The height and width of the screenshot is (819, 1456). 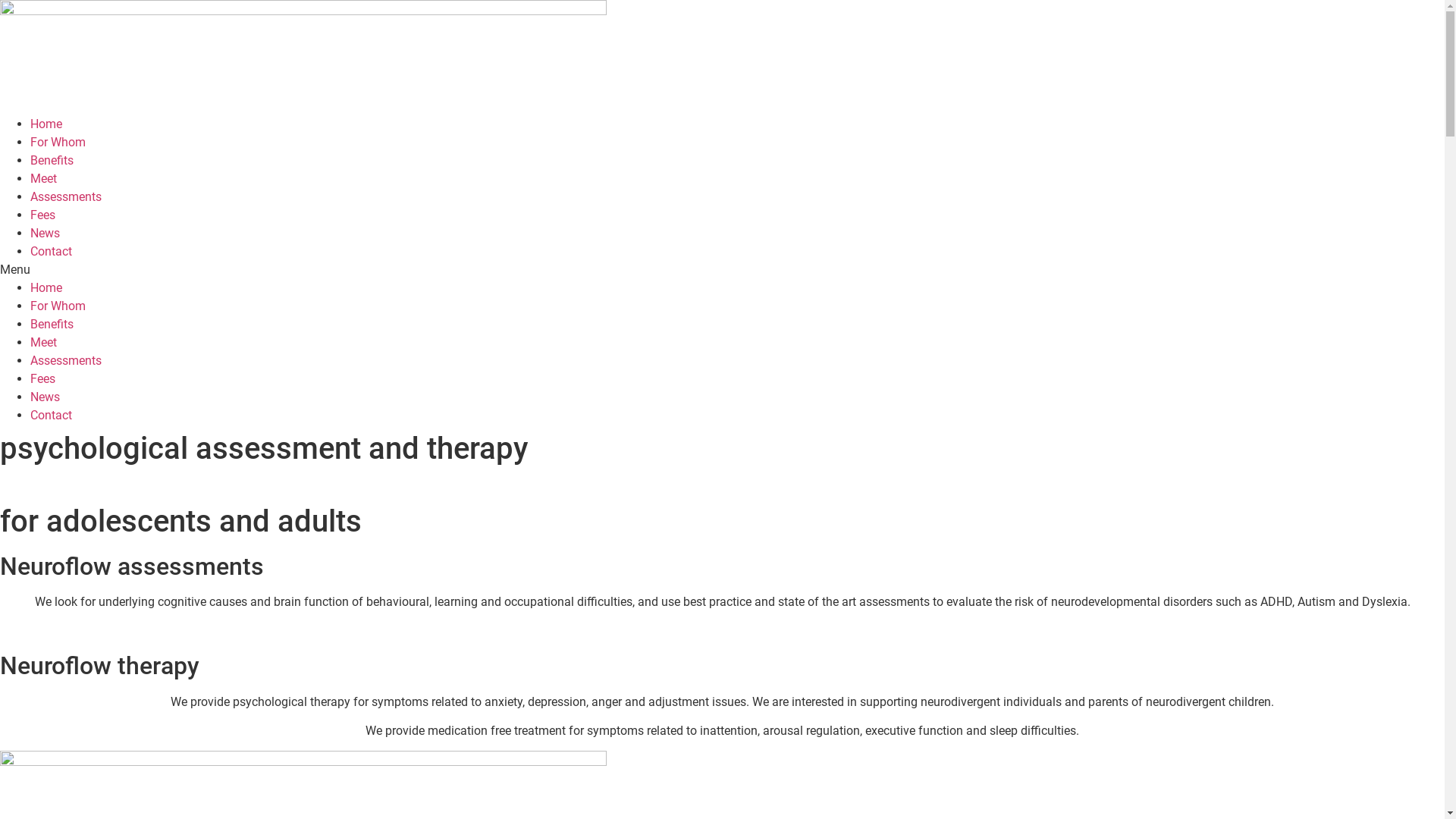 What do you see at coordinates (52, 323) in the screenshot?
I see `'Benefits'` at bounding box center [52, 323].